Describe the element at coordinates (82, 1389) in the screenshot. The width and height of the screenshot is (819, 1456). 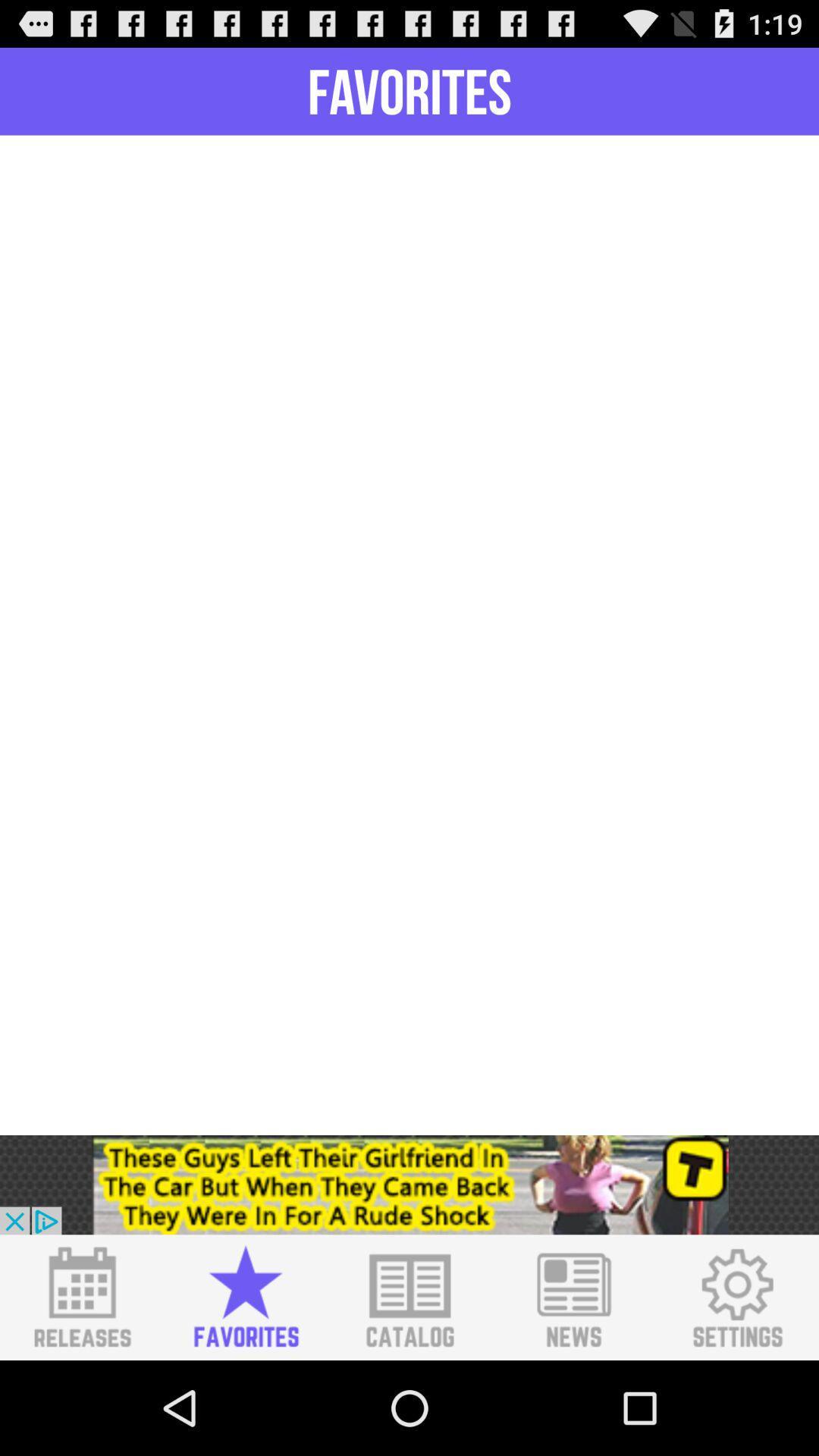
I see `the date_range icon` at that location.